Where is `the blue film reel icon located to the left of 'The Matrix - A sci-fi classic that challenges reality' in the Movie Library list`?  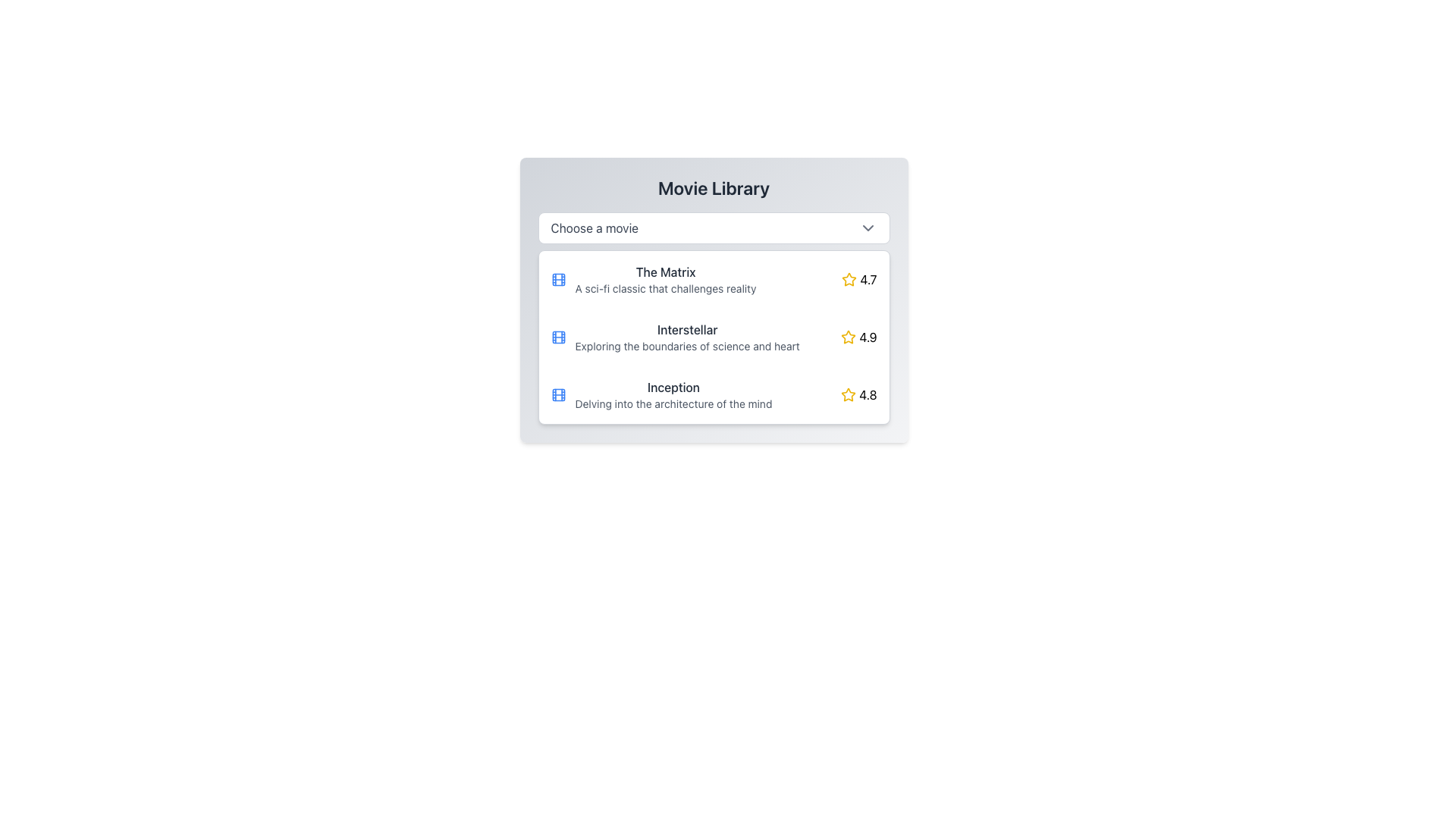 the blue film reel icon located to the left of 'The Matrix - A sci-fi classic that challenges reality' in the Movie Library list is located at coordinates (557, 280).